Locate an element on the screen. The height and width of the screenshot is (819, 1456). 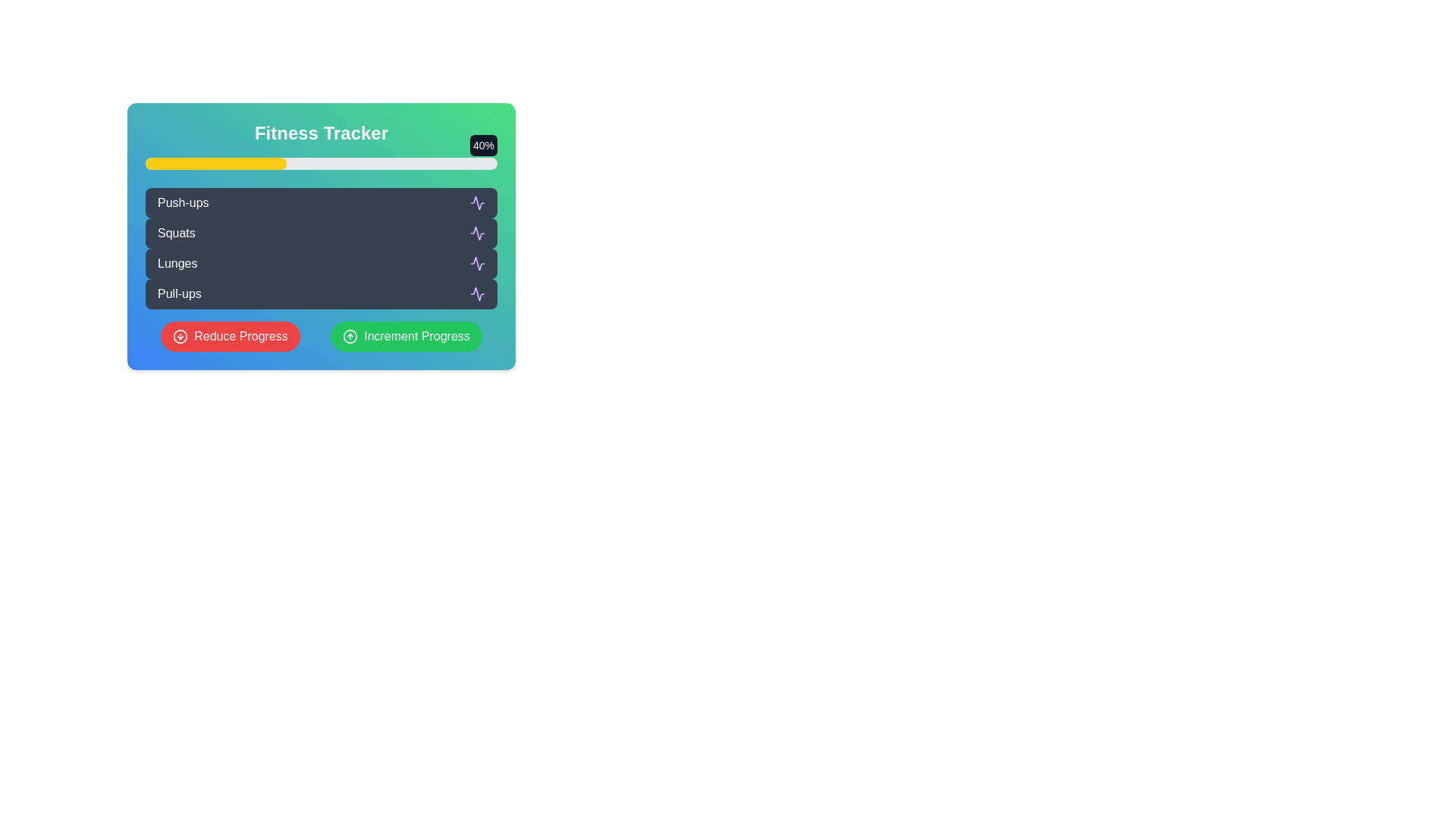
the small, purple-colored icon resembling an activity or heartbeat monitor located in the second row of the 'Squats' section within the dark gray area of the fitness tracker interface is located at coordinates (476, 234).